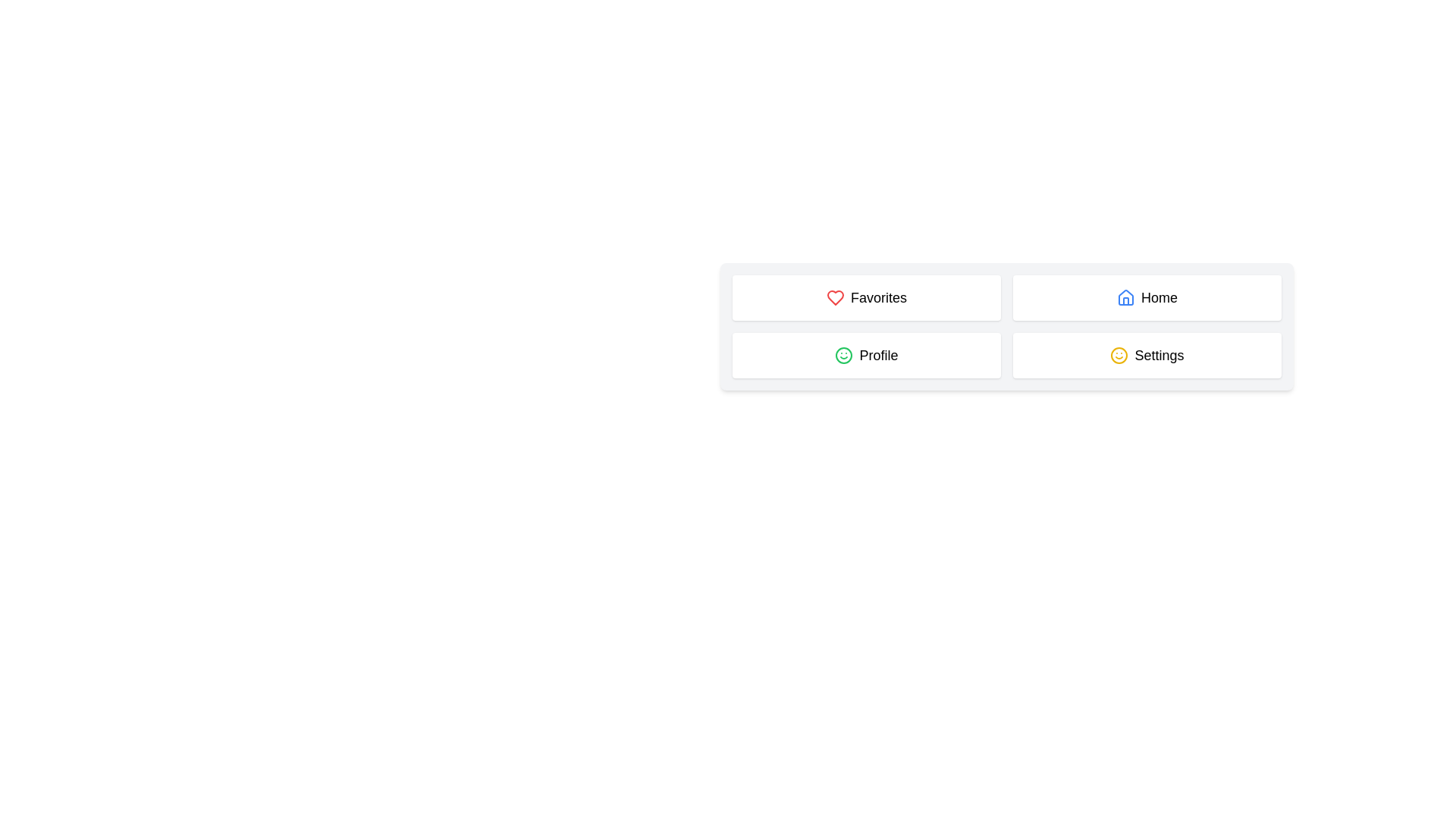  I want to click on 'Home' text label which is styled in a large font weight and located in the top row, second column of a grid-like structure, next to a house-shaped icon, so click(1158, 298).